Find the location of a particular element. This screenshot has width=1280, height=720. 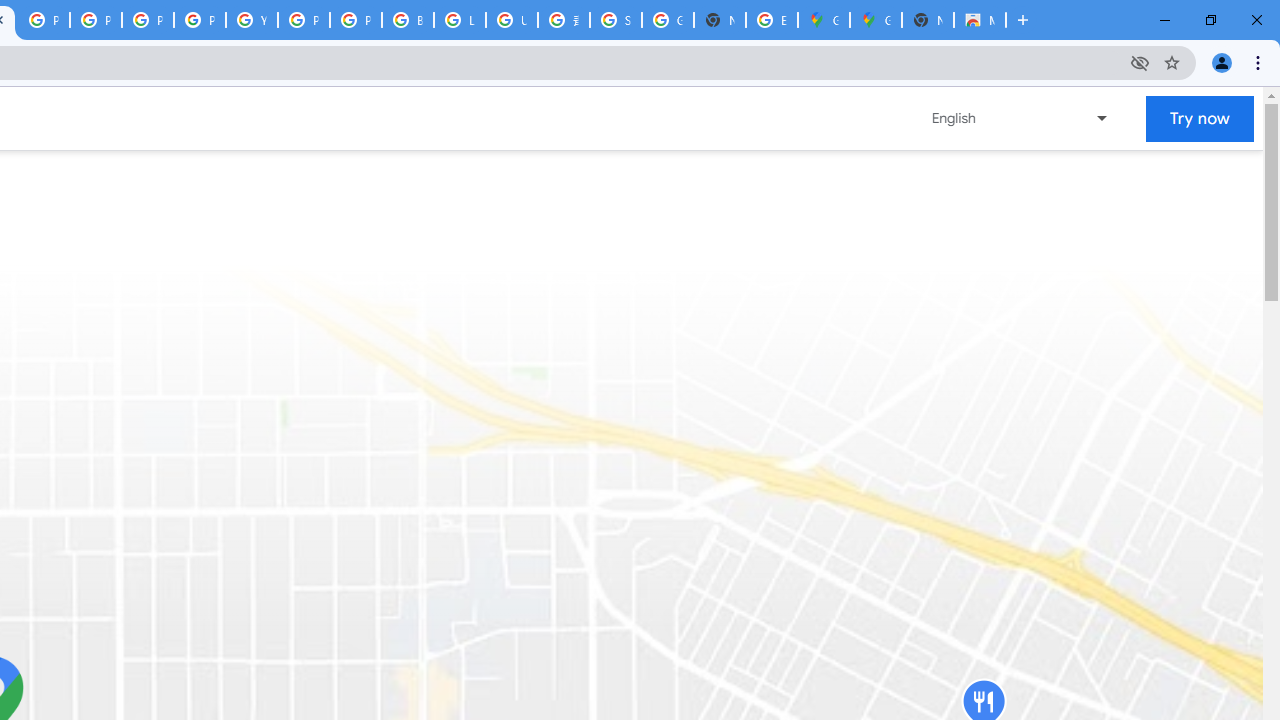

'Google Maps' is located at coordinates (823, 20).